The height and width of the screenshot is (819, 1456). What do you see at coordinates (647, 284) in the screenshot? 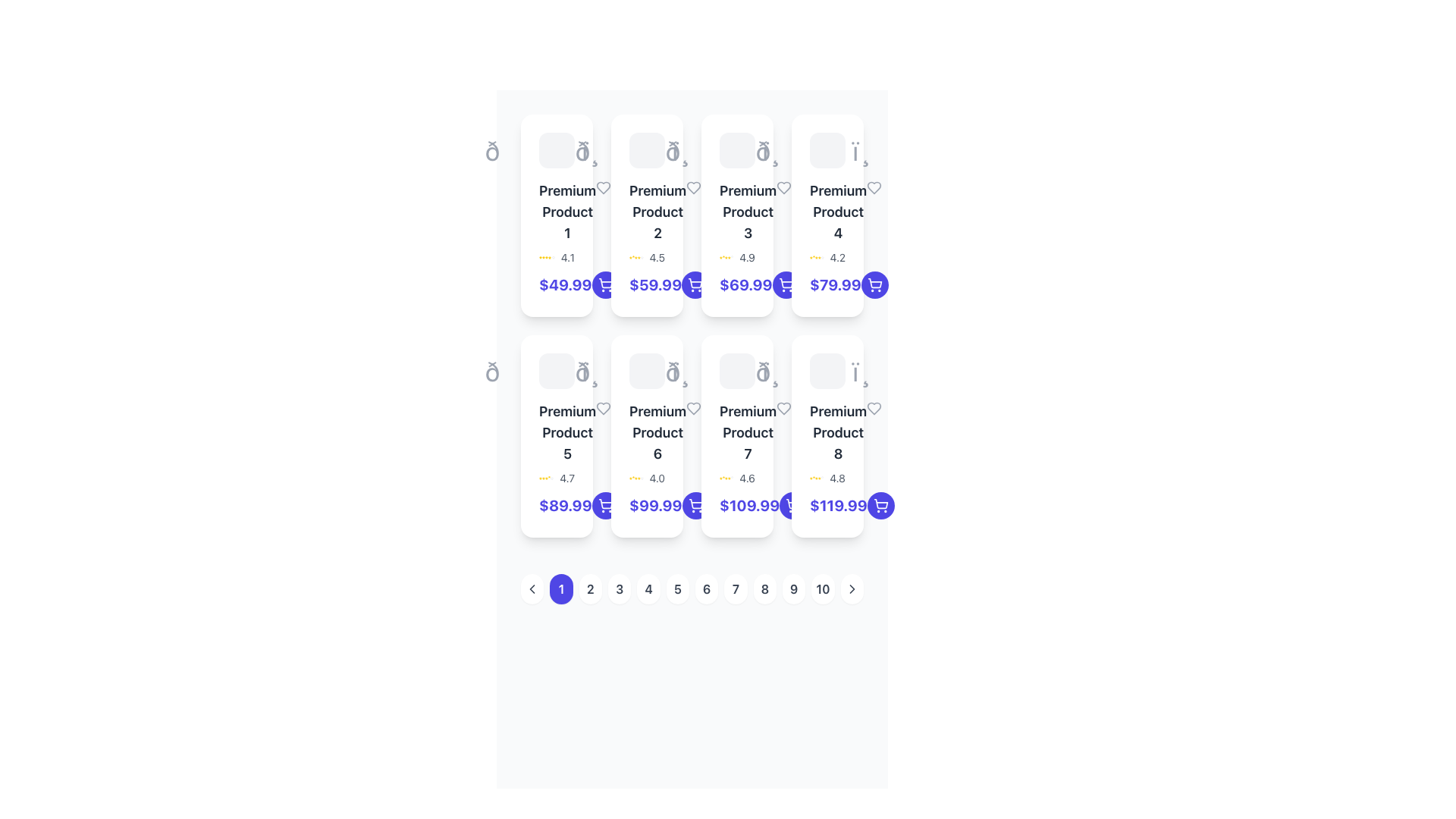
I see `the price display text located under the title 'Premium Product 2' in the second column of the first row of the product grid to read the price` at bounding box center [647, 284].